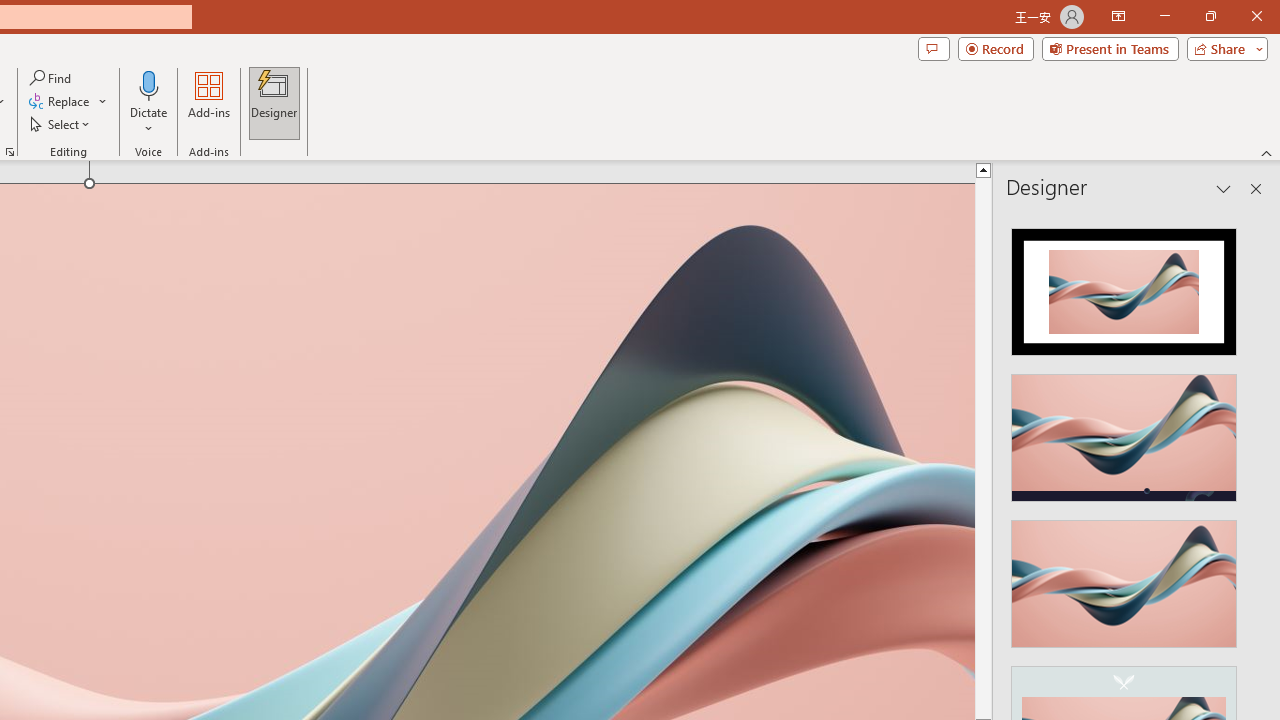 This screenshot has width=1280, height=720. I want to click on 'Recommended Design: Design Idea', so click(1124, 286).